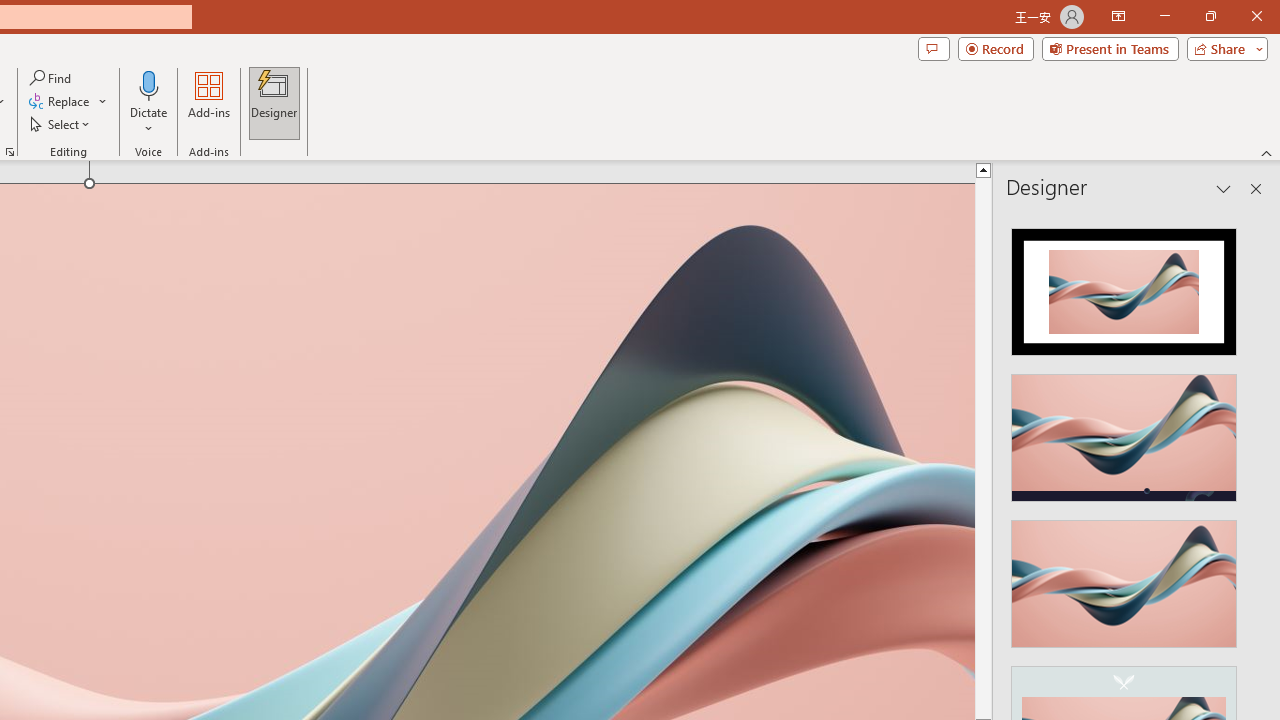 This screenshot has width=1280, height=720. I want to click on 'Recommended Design: Design Idea', so click(1124, 286).